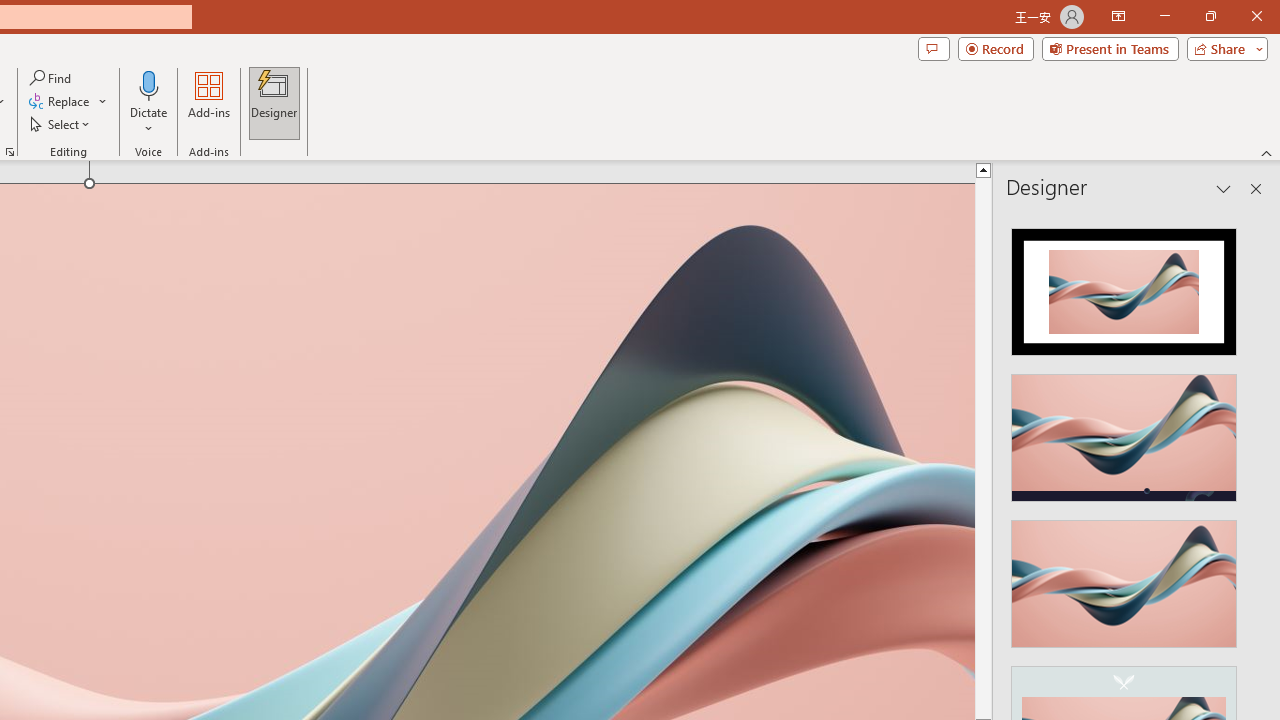 This screenshot has width=1280, height=720. I want to click on 'Recommended Design: Design Idea', so click(1124, 286).